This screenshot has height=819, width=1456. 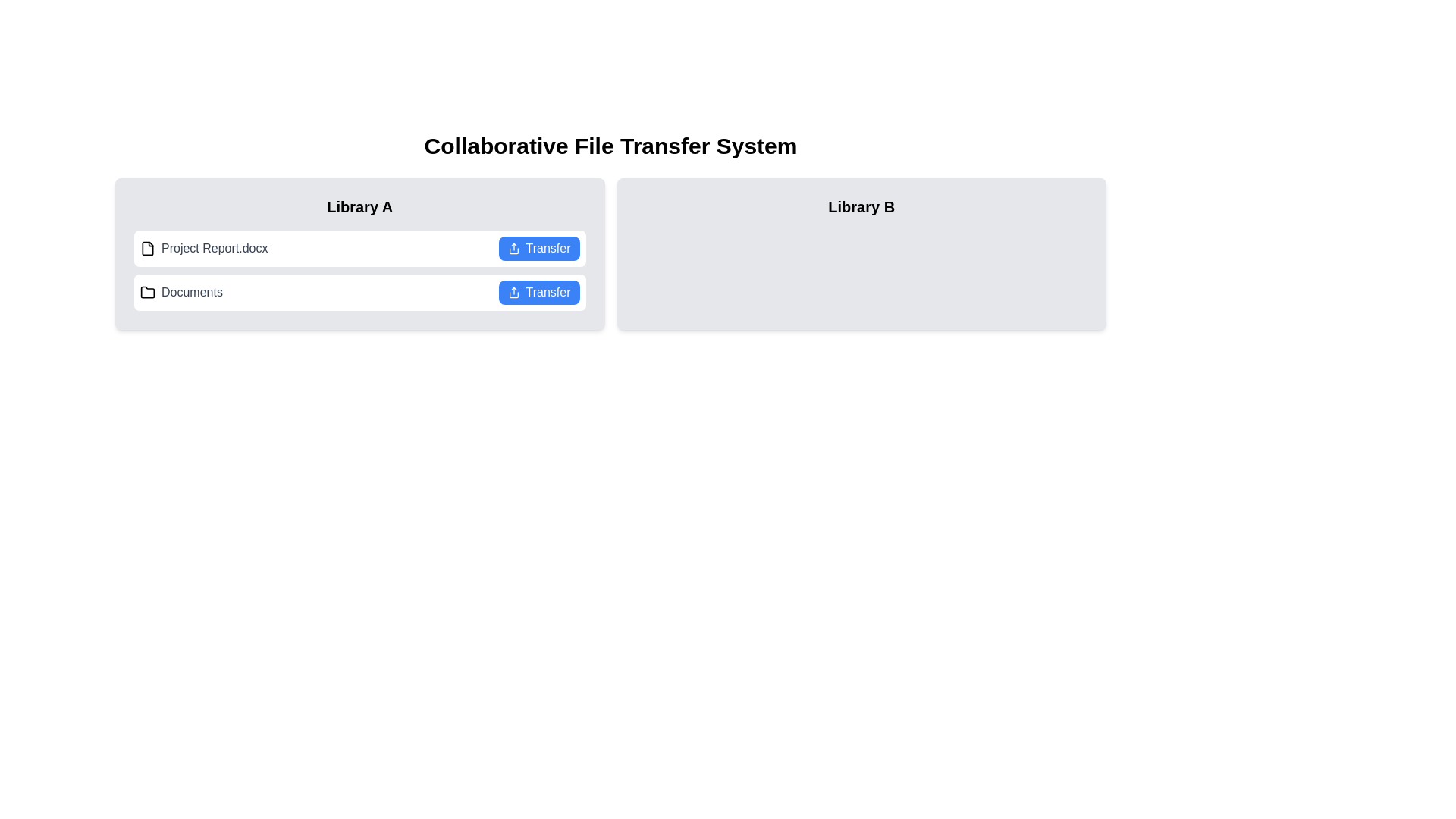 I want to click on the folder icon associated with the 'Documents' file item under 'Library A', so click(x=148, y=292).